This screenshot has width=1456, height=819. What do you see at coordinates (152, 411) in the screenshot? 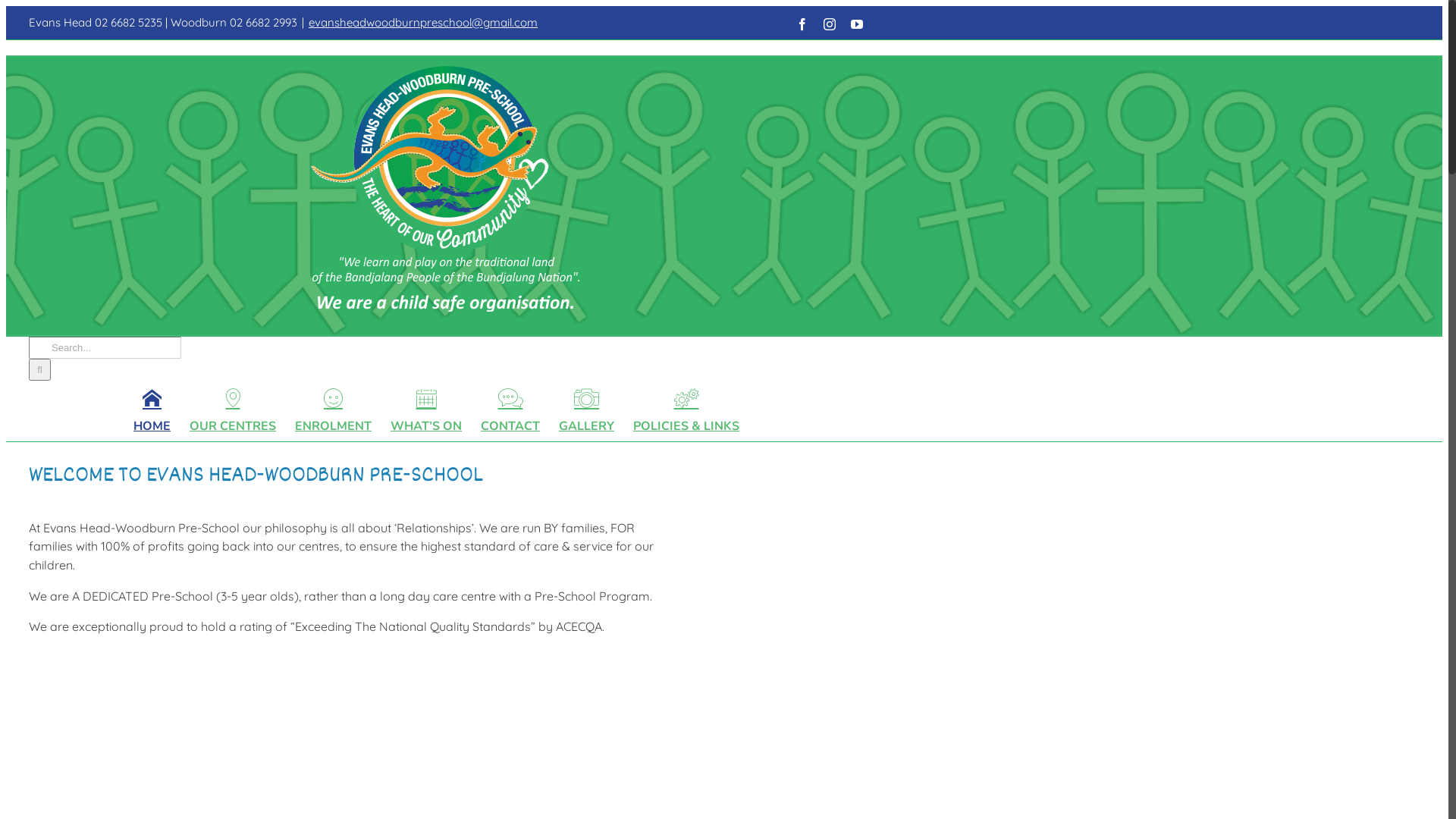
I see `'HOME'` at bounding box center [152, 411].